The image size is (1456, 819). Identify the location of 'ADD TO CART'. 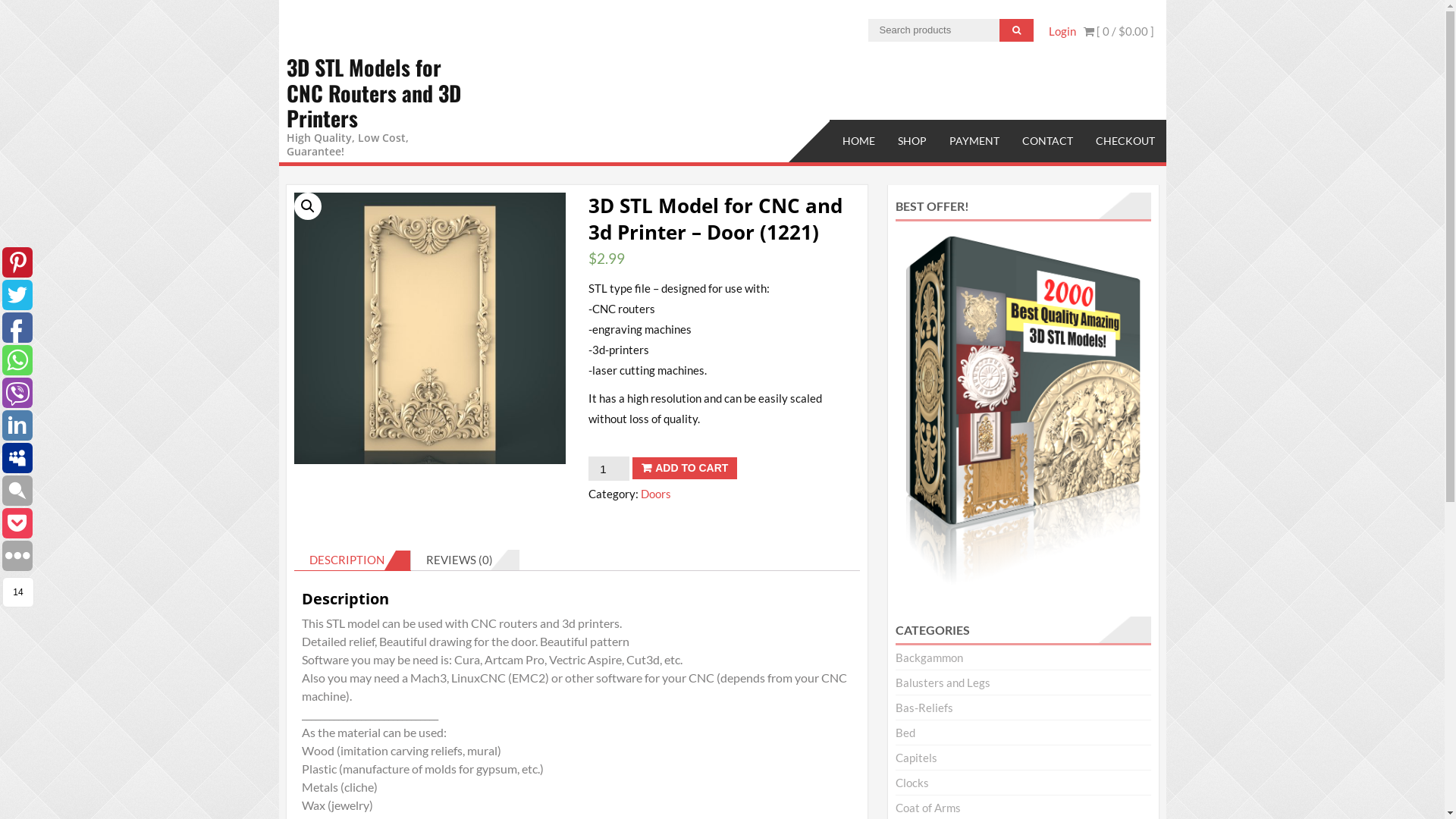
(683, 467).